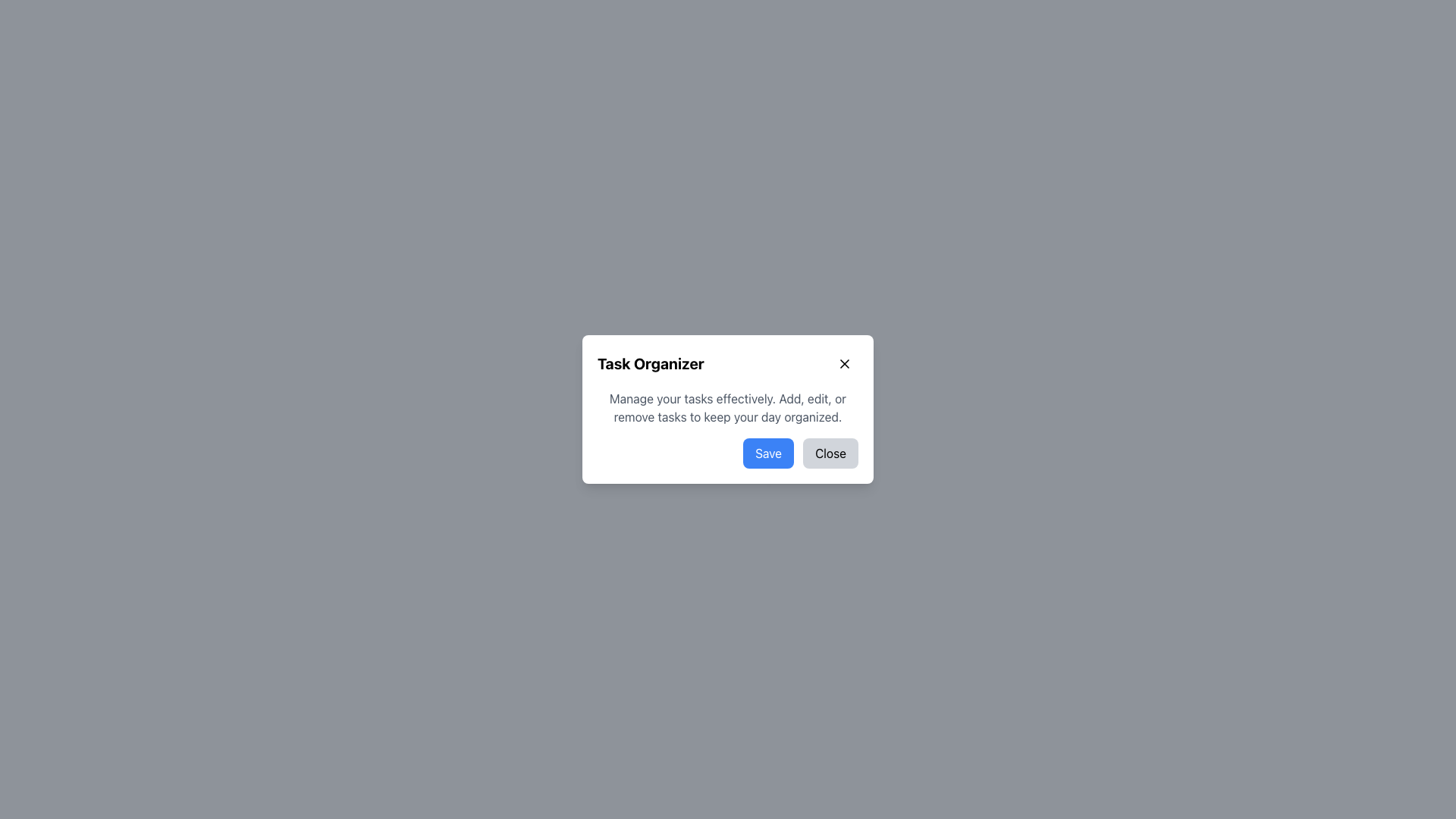  I want to click on the Text Display element located below the 'Task Organizer' header, so click(728, 406).